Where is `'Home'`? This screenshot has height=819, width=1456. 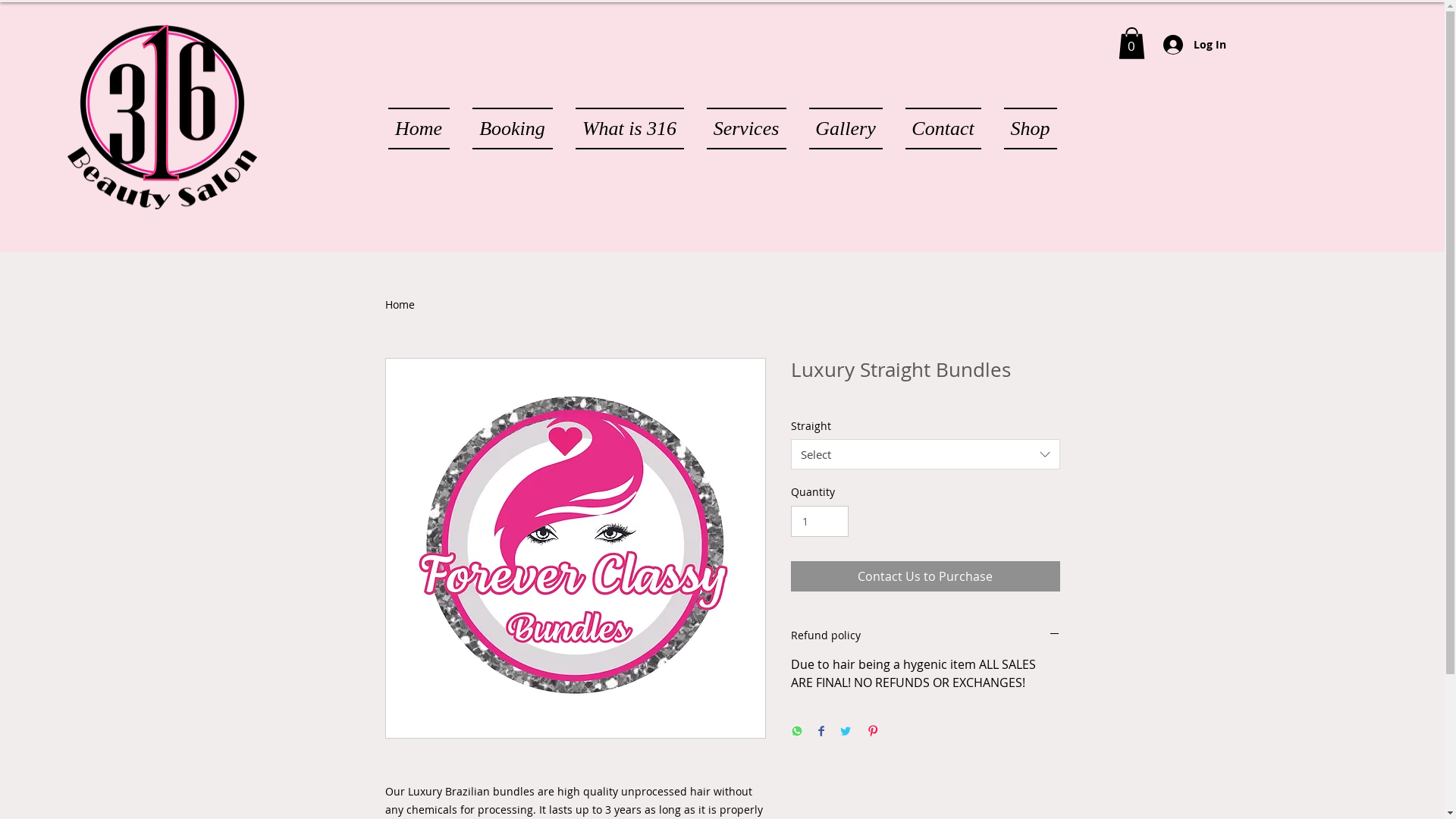
'Home' is located at coordinates (400, 304).